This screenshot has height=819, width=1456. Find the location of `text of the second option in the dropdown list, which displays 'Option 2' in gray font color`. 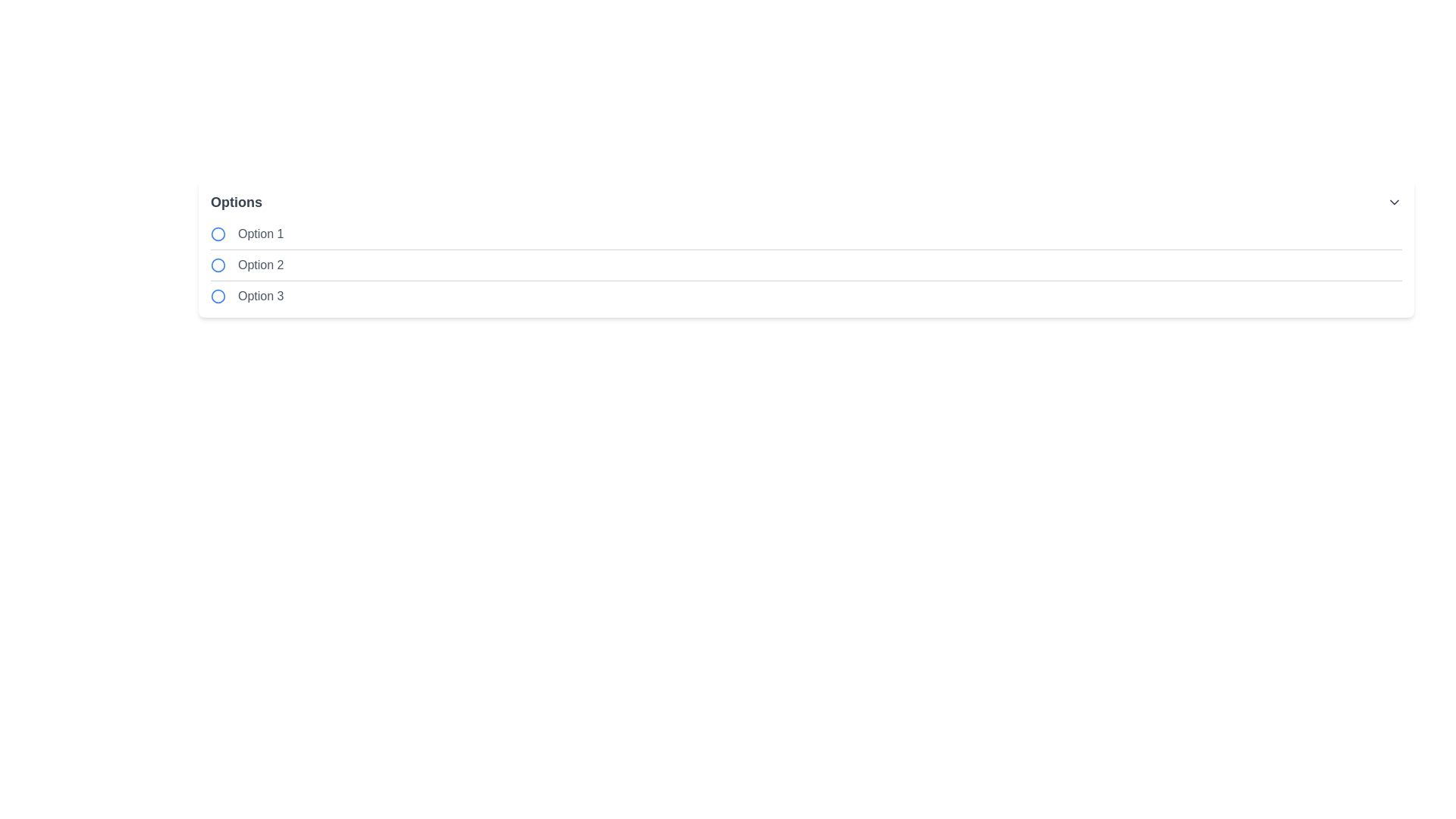

text of the second option in the dropdown list, which displays 'Option 2' in gray font color is located at coordinates (261, 265).